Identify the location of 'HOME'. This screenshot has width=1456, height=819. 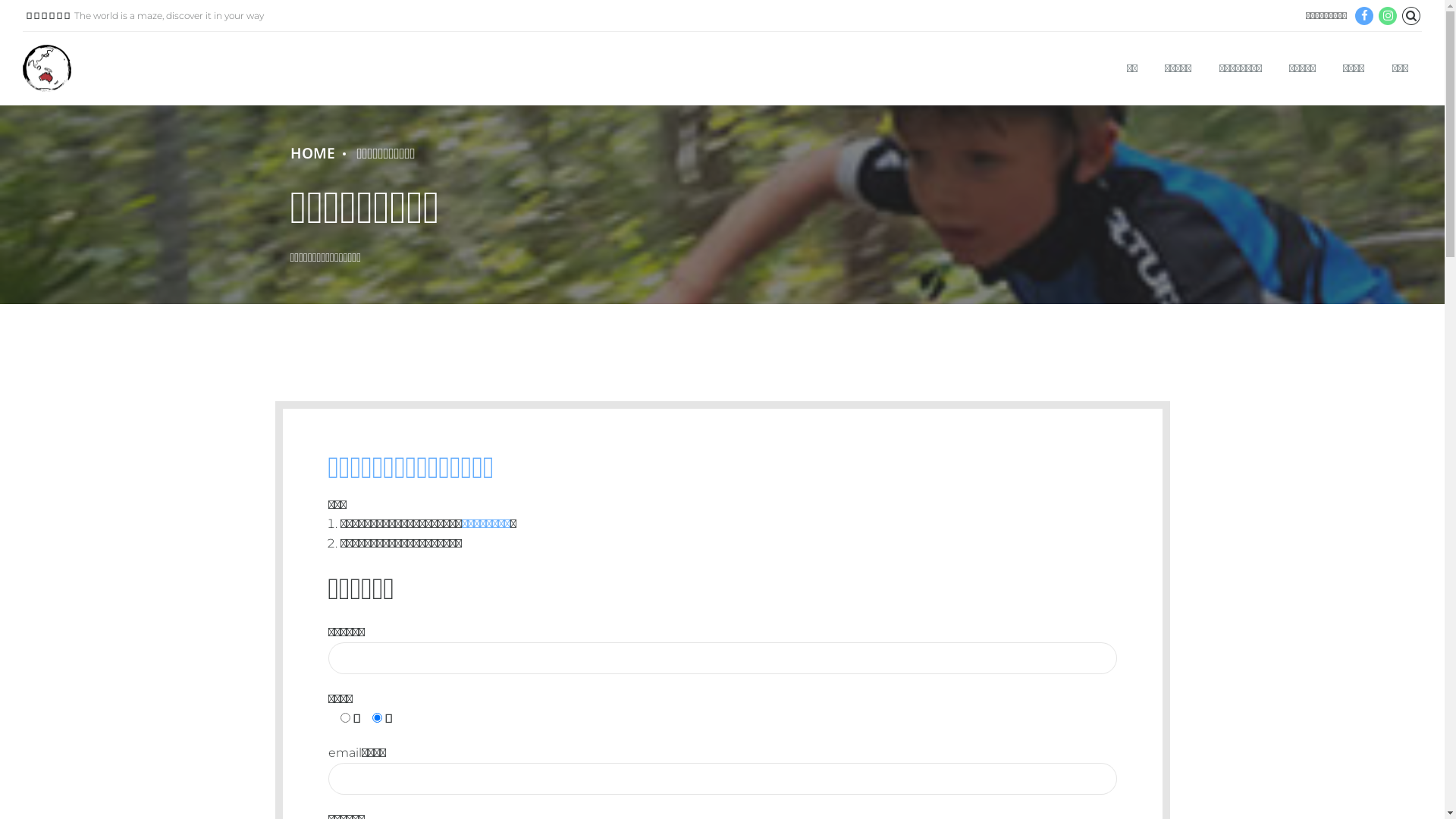
(311, 153).